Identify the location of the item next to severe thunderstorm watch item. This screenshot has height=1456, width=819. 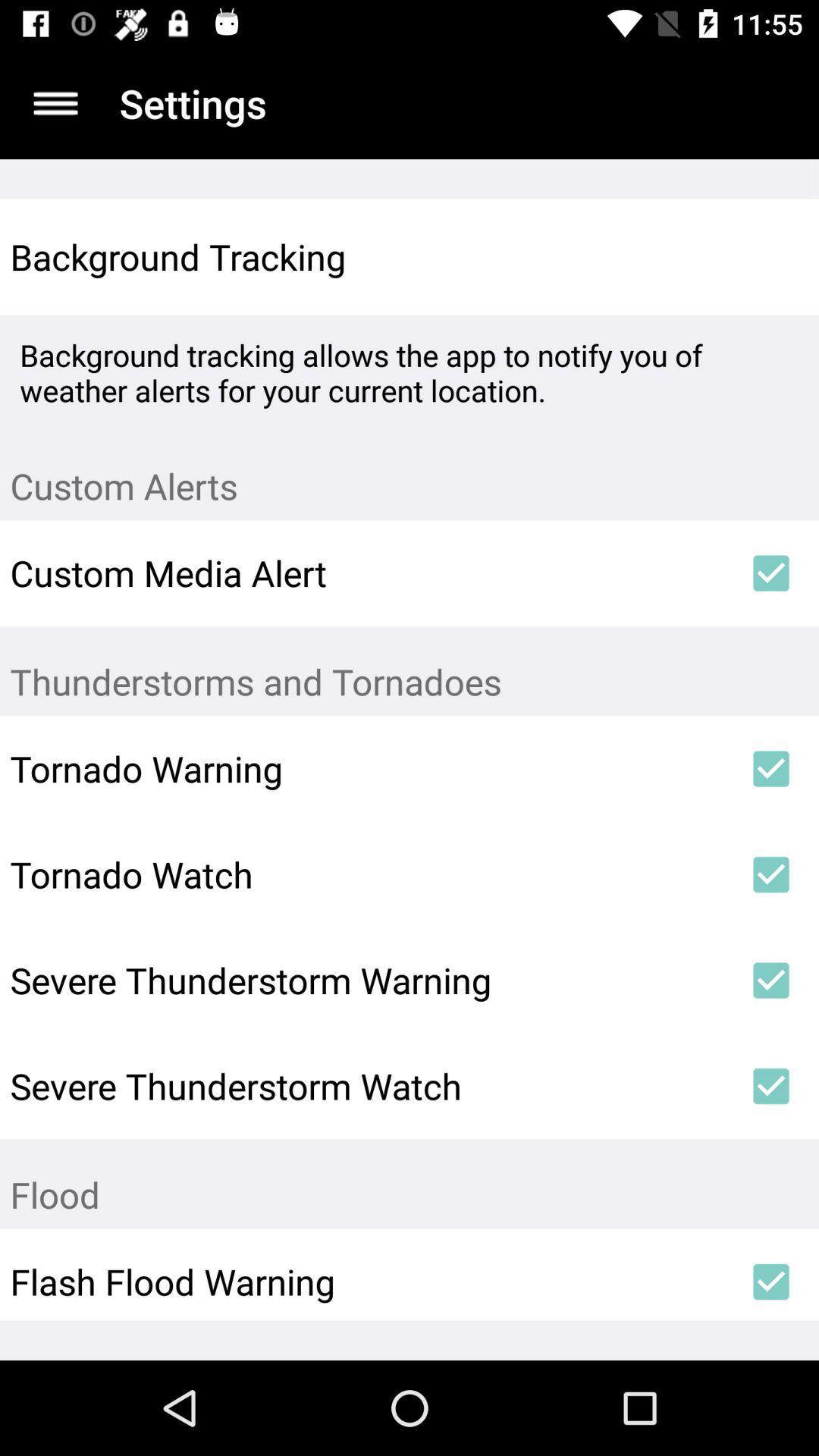
(771, 1085).